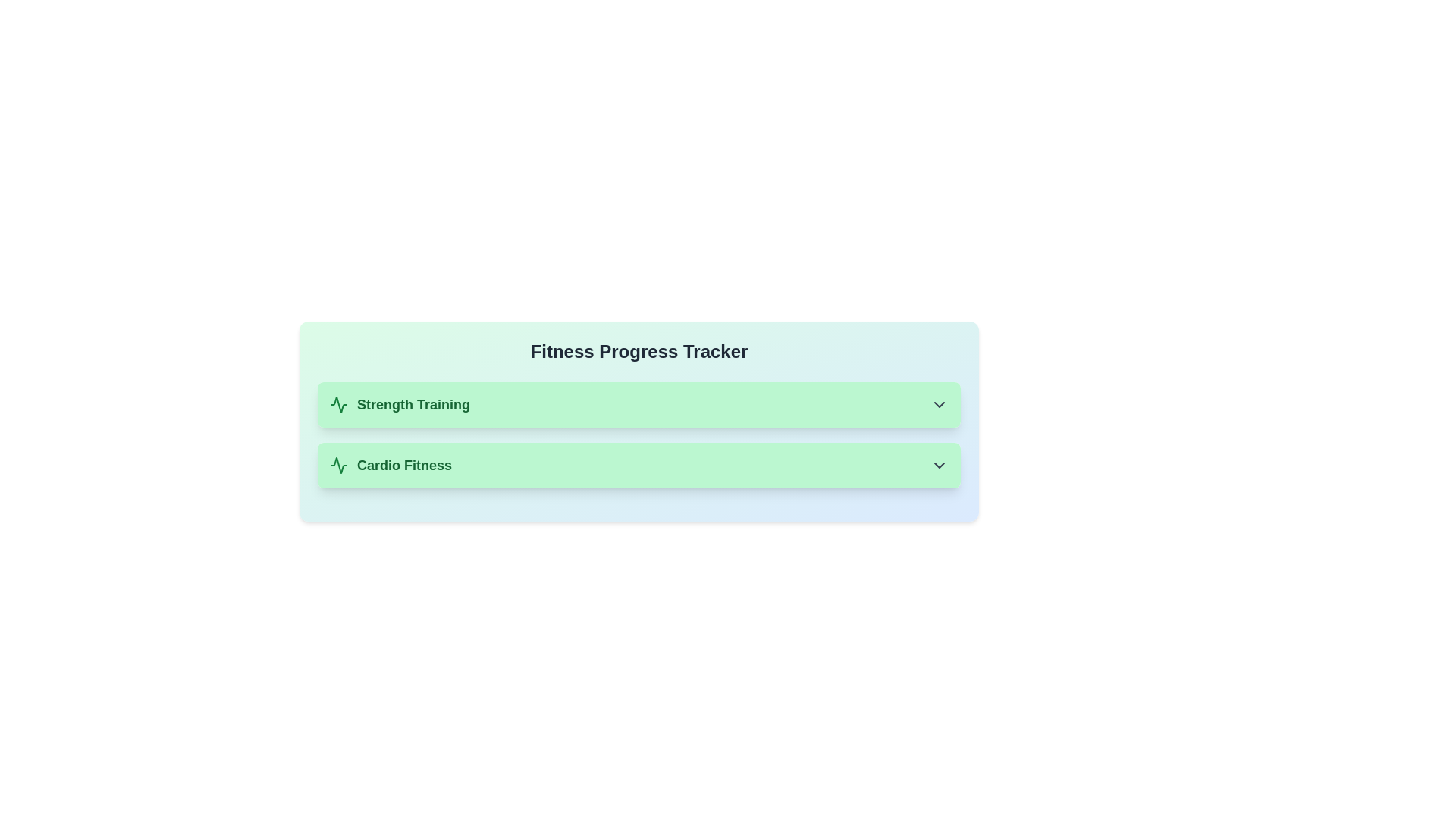 The image size is (1456, 819). I want to click on the 'Strength Training' label with icon located at the top-left of the green-colored card interface, so click(400, 403).